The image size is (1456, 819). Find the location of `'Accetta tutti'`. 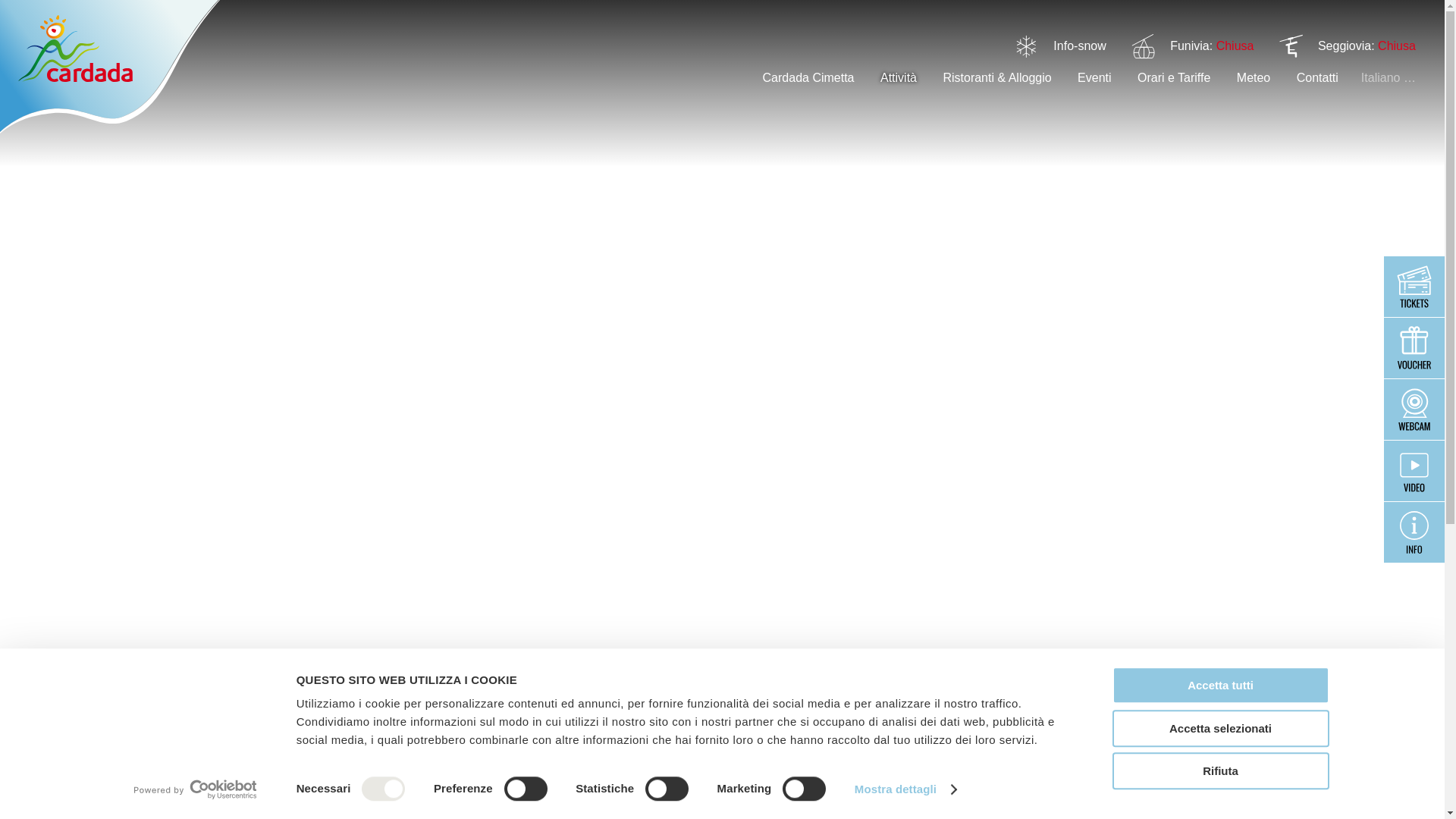

'Accetta tutti' is located at coordinates (1219, 685).